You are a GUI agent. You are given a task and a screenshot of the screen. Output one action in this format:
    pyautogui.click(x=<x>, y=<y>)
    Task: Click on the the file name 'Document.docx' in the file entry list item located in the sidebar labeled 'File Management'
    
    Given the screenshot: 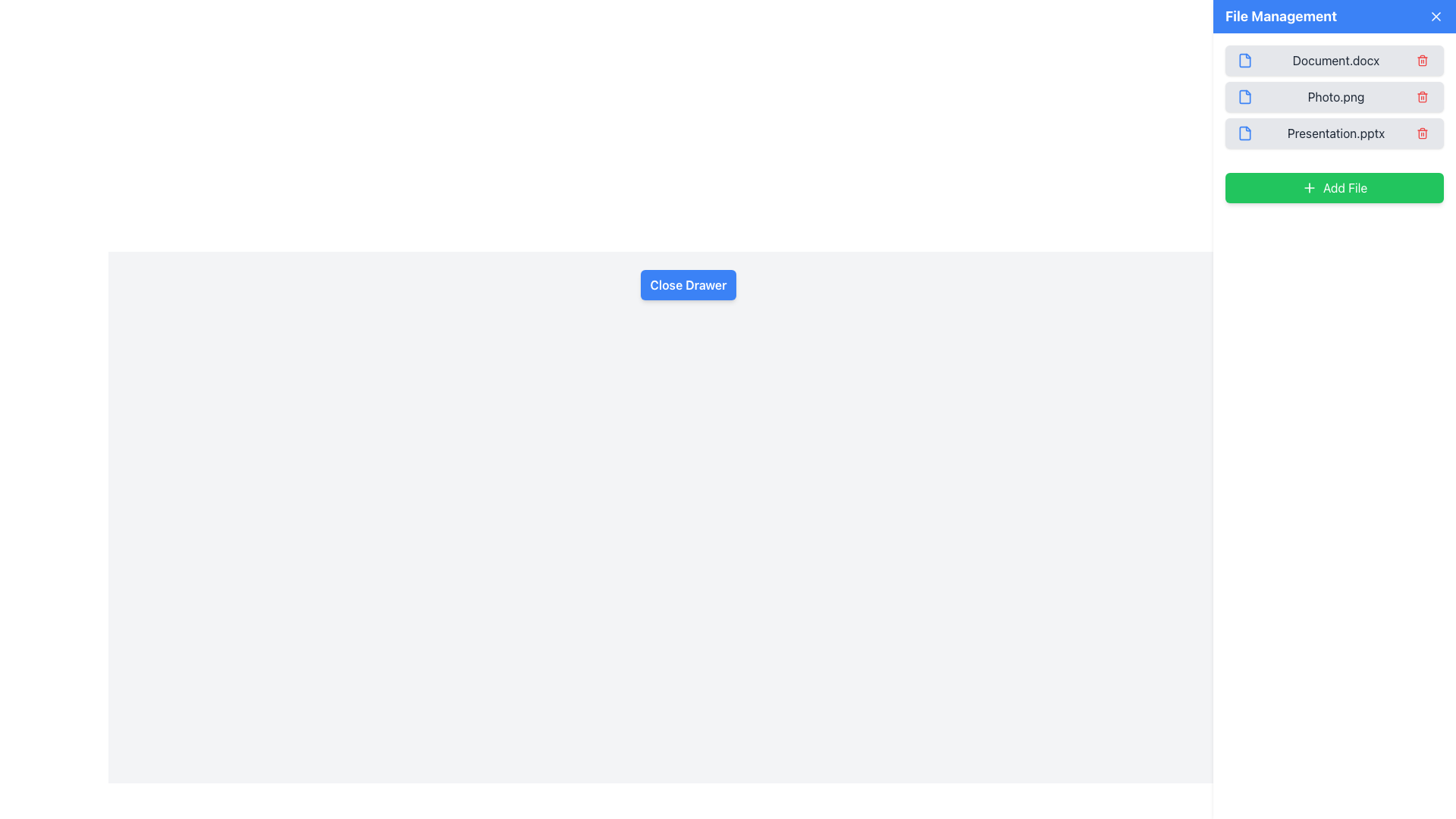 What is the action you would take?
    pyautogui.click(x=1335, y=60)
    